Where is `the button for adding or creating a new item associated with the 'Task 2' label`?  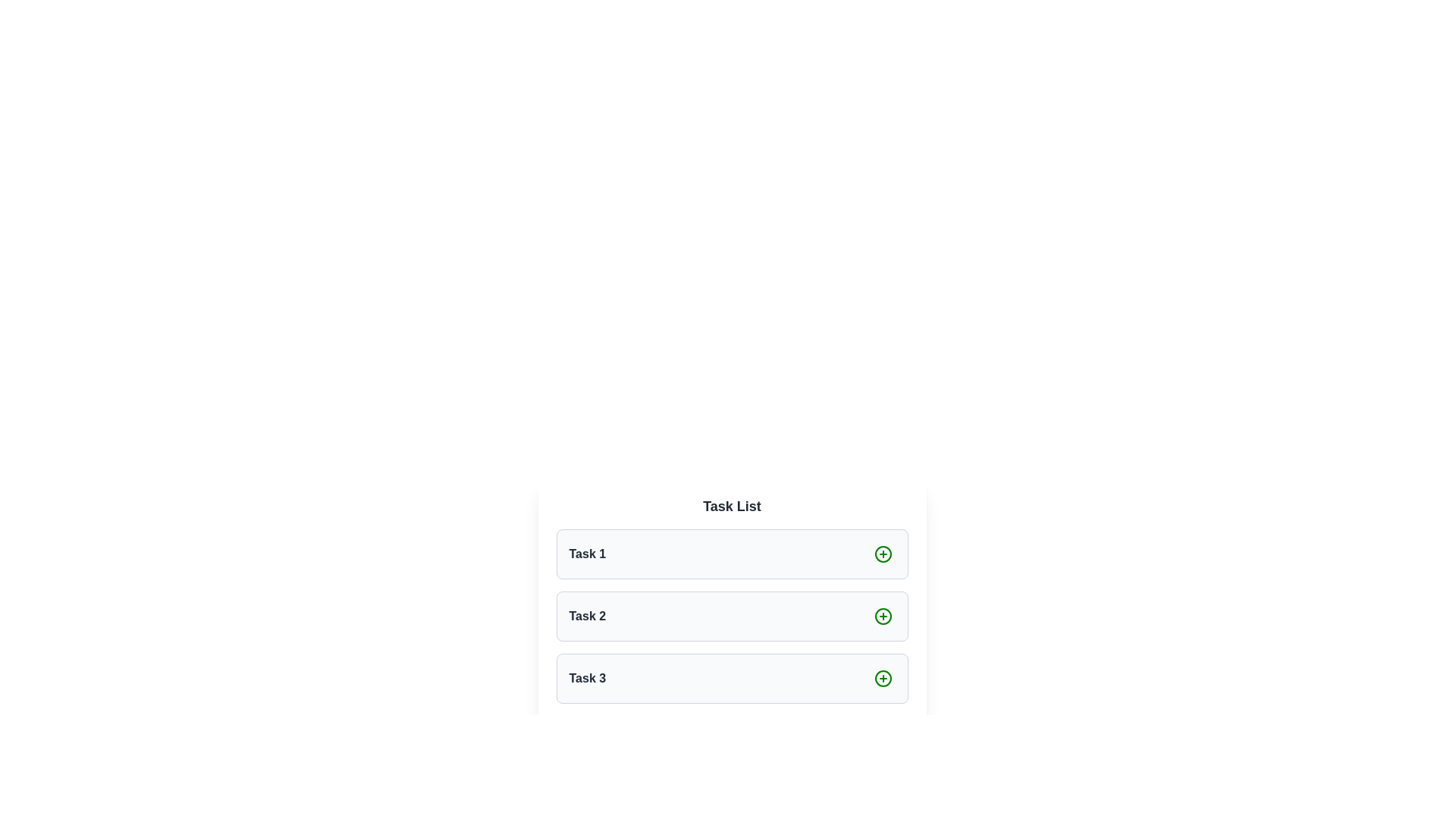
the button for adding or creating a new item associated with the 'Task 2' label is located at coordinates (883, 617).